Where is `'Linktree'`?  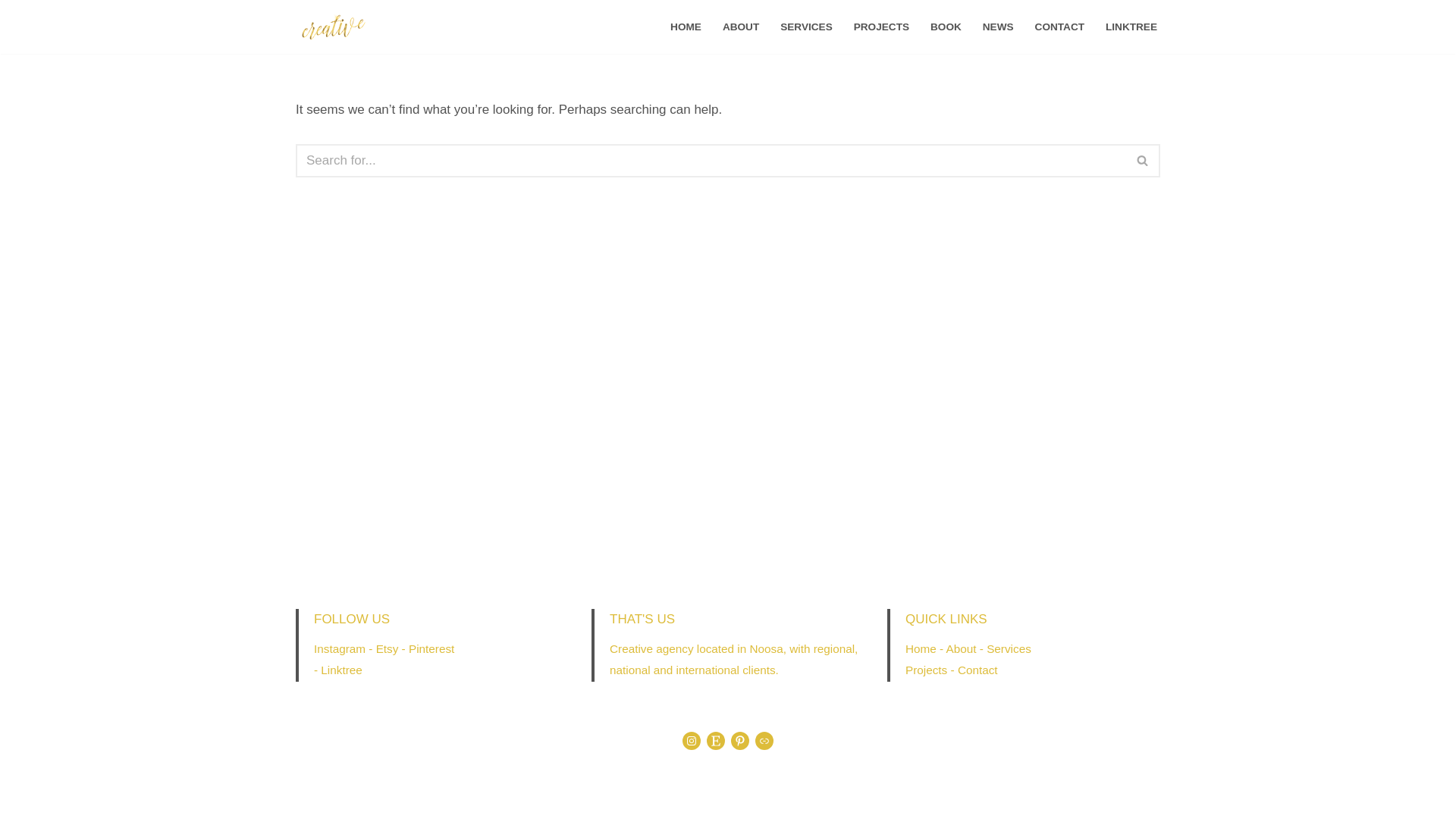 'Linktree' is located at coordinates (340, 669).